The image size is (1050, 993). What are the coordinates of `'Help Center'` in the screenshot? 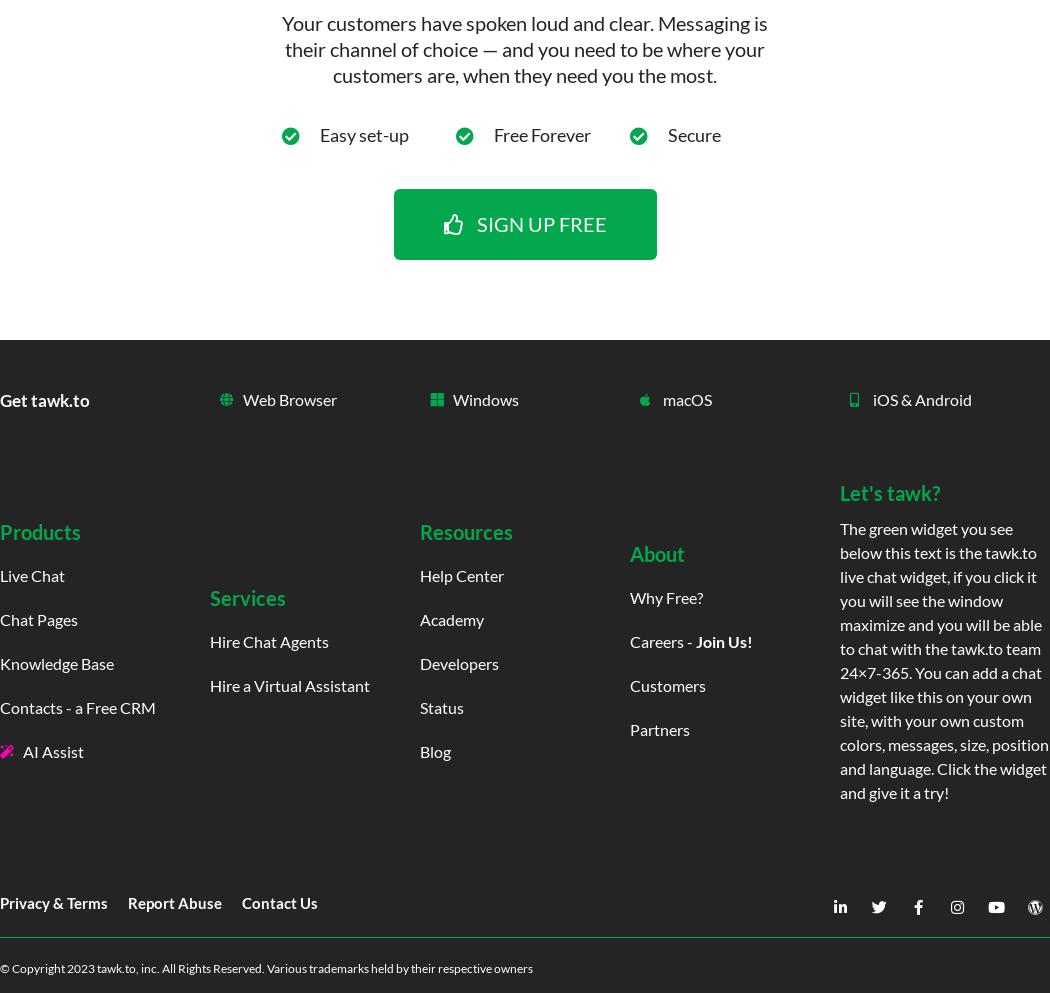 It's located at (462, 574).